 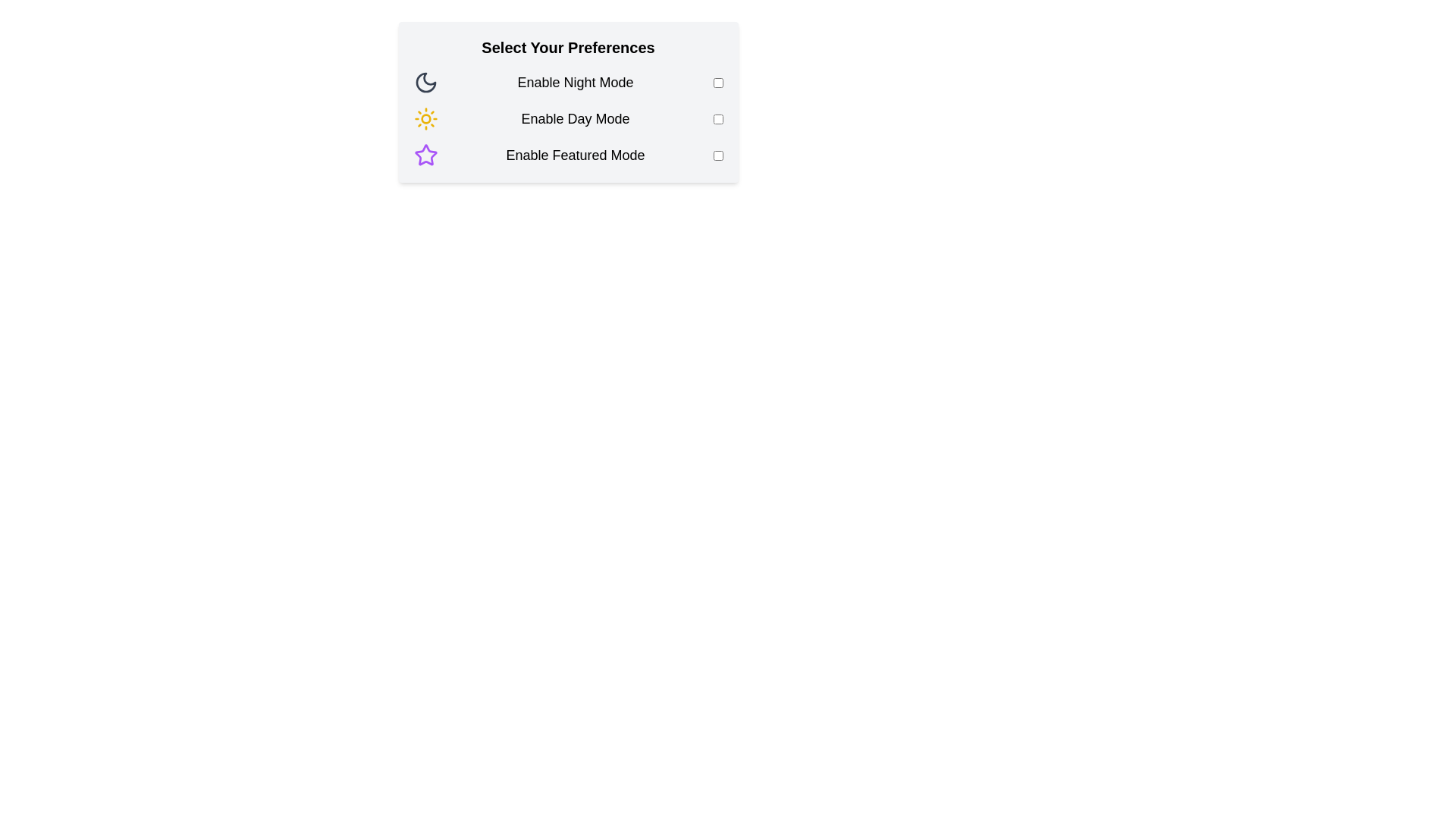 I want to click on the core of the sun illustration, which is the circular element at the center of the second icon in a vertical list of three, so click(x=425, y=118).